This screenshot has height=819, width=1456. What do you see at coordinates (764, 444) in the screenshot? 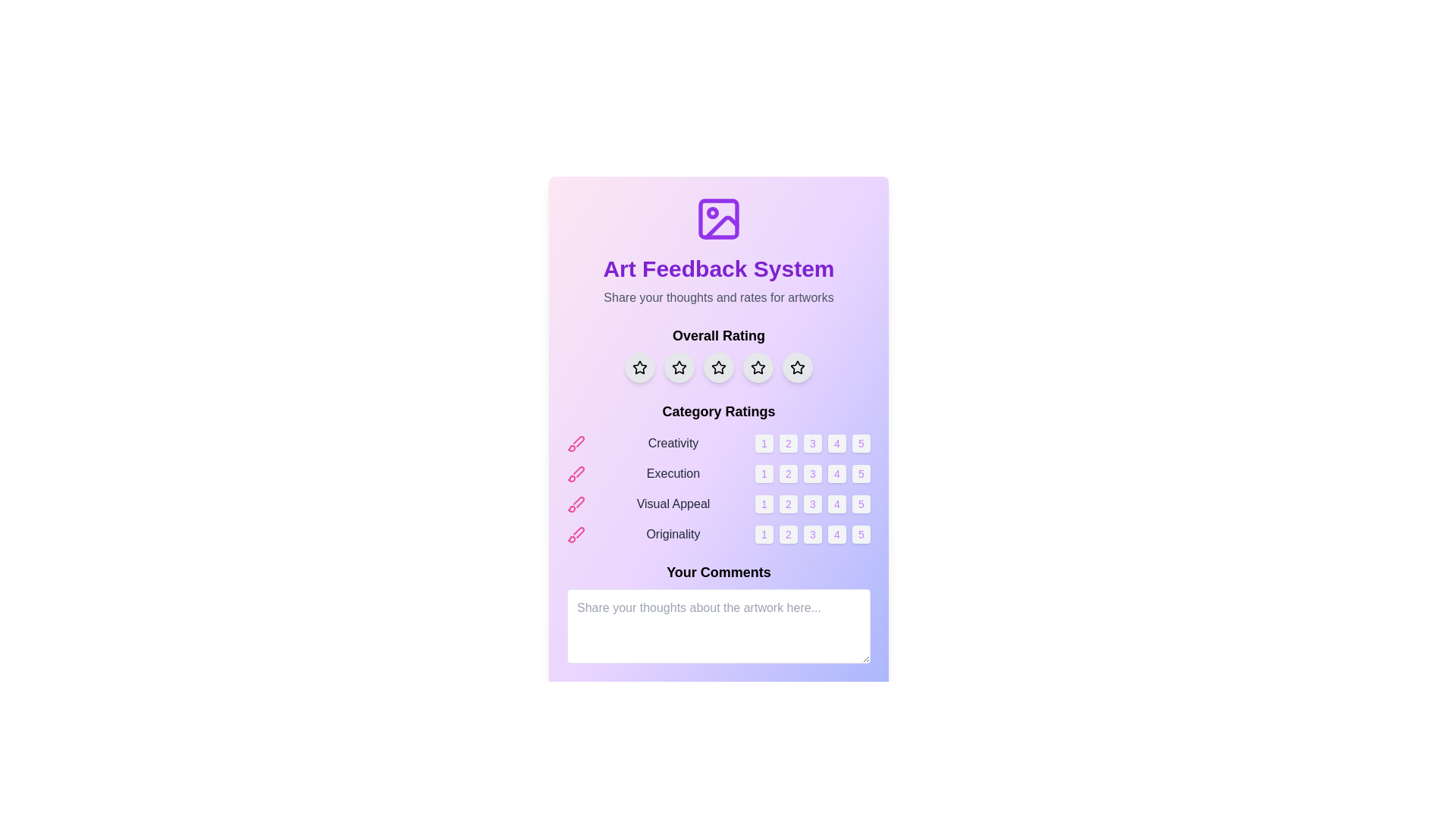
I see `the first button in the 'Creativity' category to assign a rating of '1'` at bounding box center [764, 444].